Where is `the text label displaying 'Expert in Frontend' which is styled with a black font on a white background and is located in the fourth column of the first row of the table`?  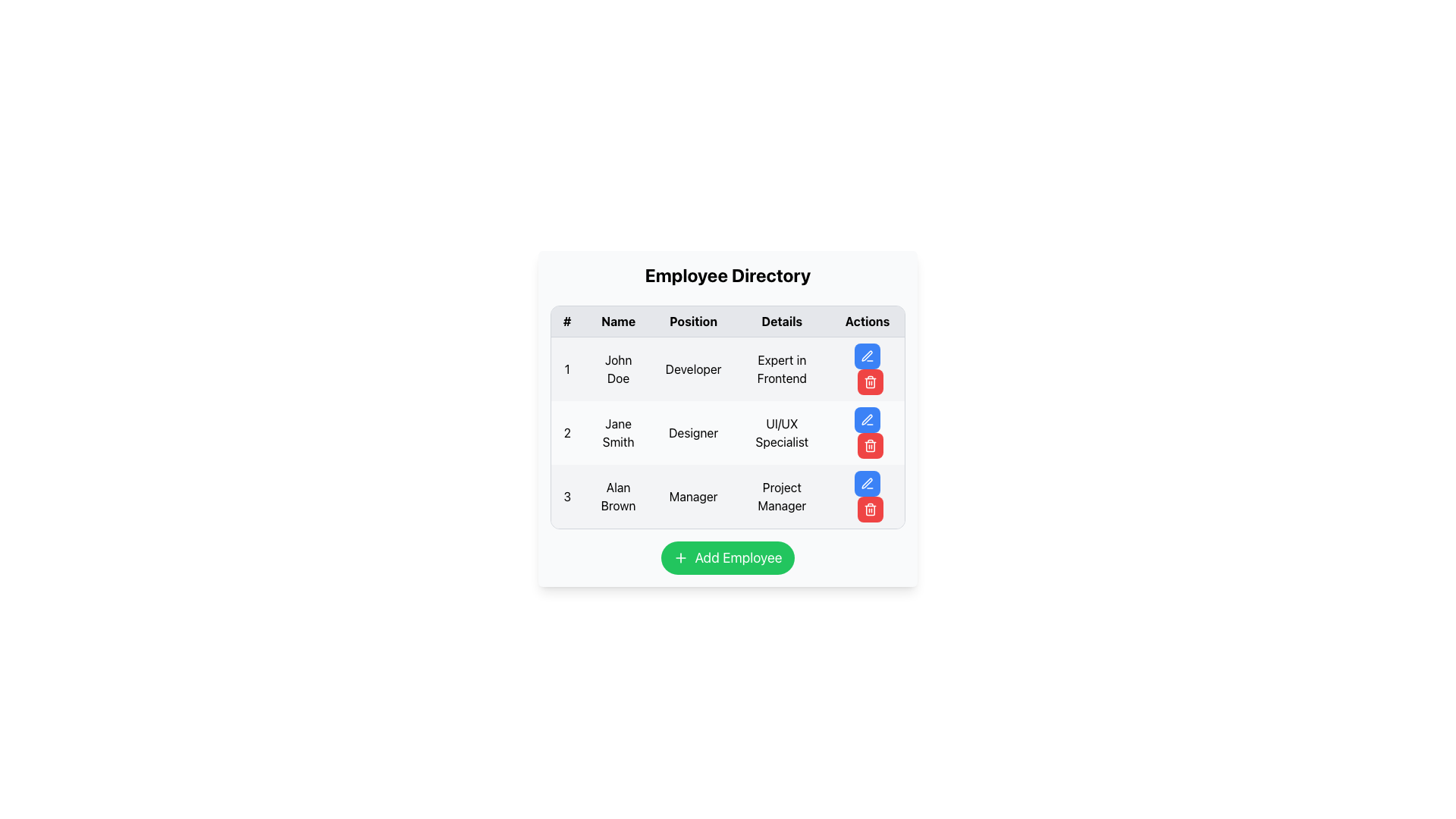 the text label displaying 'Expert in Frontend' which is styled with a black font on a white background and is located in the fourth column of the first row of the table is located at coordinates (782, 369).